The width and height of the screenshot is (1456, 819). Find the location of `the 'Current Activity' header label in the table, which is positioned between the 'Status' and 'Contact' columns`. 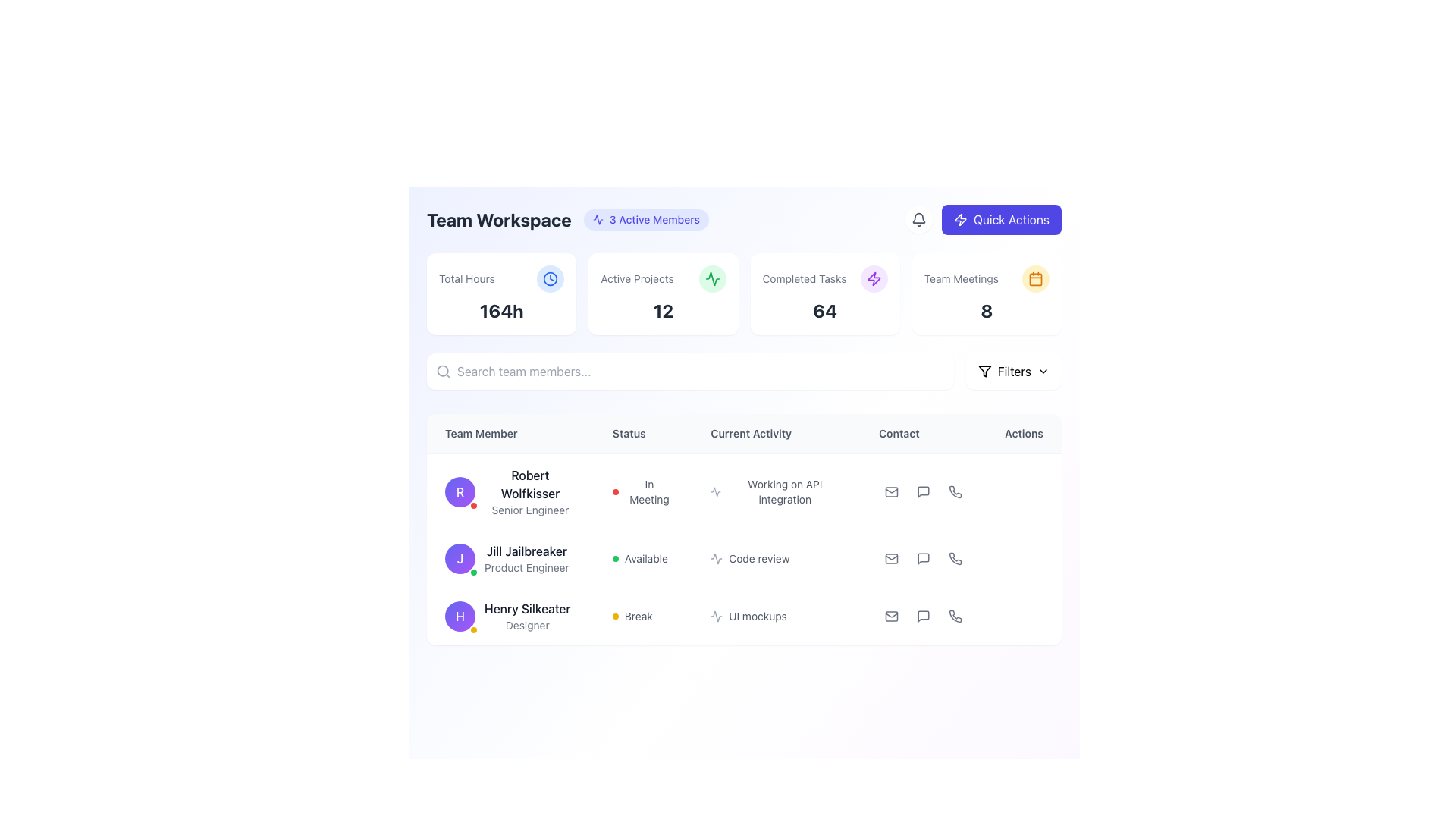

the 'Current Activity' header label in the table, which is positioned between the 'Status' and 'Contact' columns is located at coordinates (777, 434).